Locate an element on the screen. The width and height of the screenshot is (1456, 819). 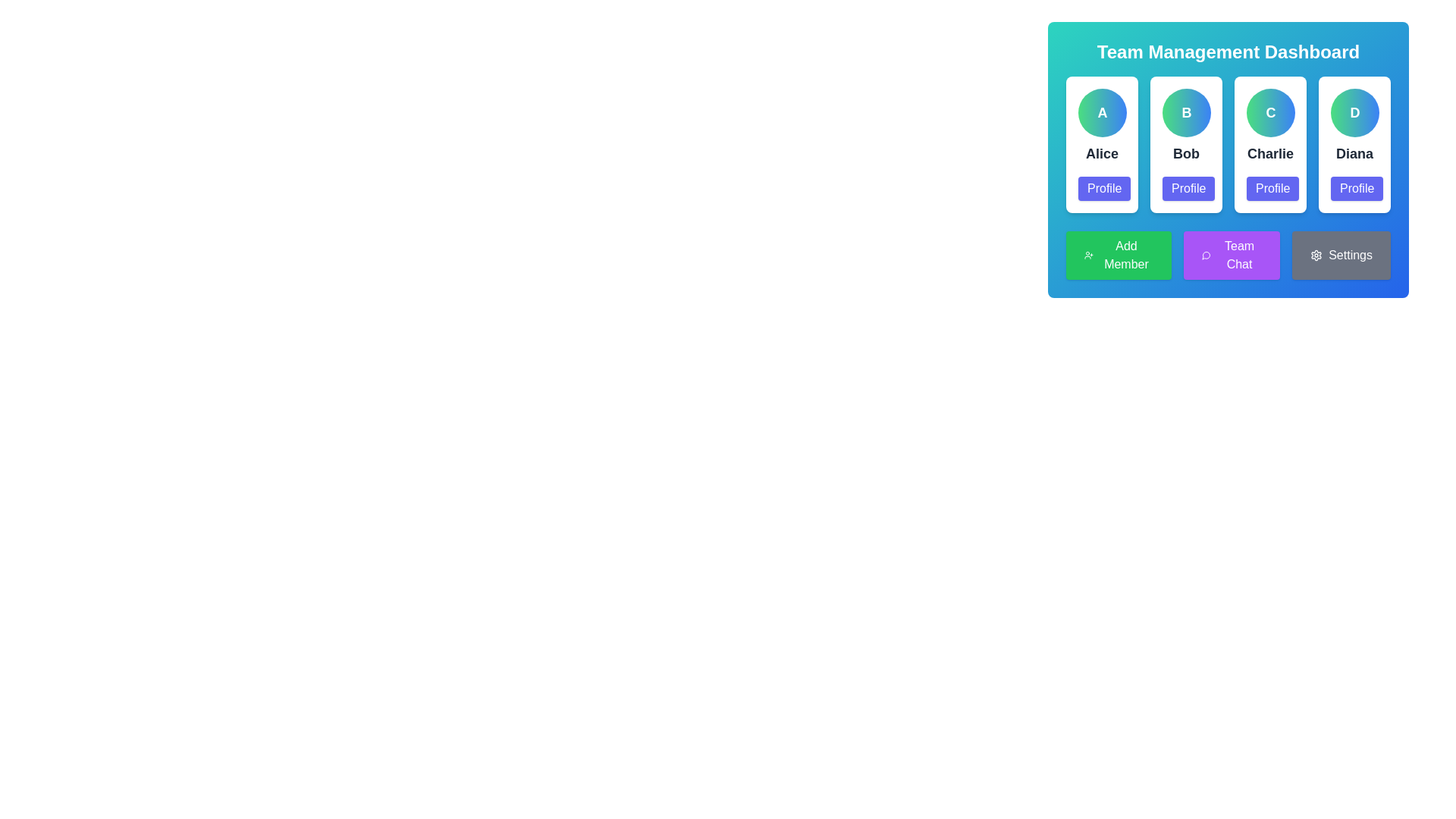
the text element displaying 'Charlie' in bold font, located centrally within a card structure in the third column, beneath a circular icon labeled 'C' and above a button labeled 'Profile' is located at coordinates (1270, 154).